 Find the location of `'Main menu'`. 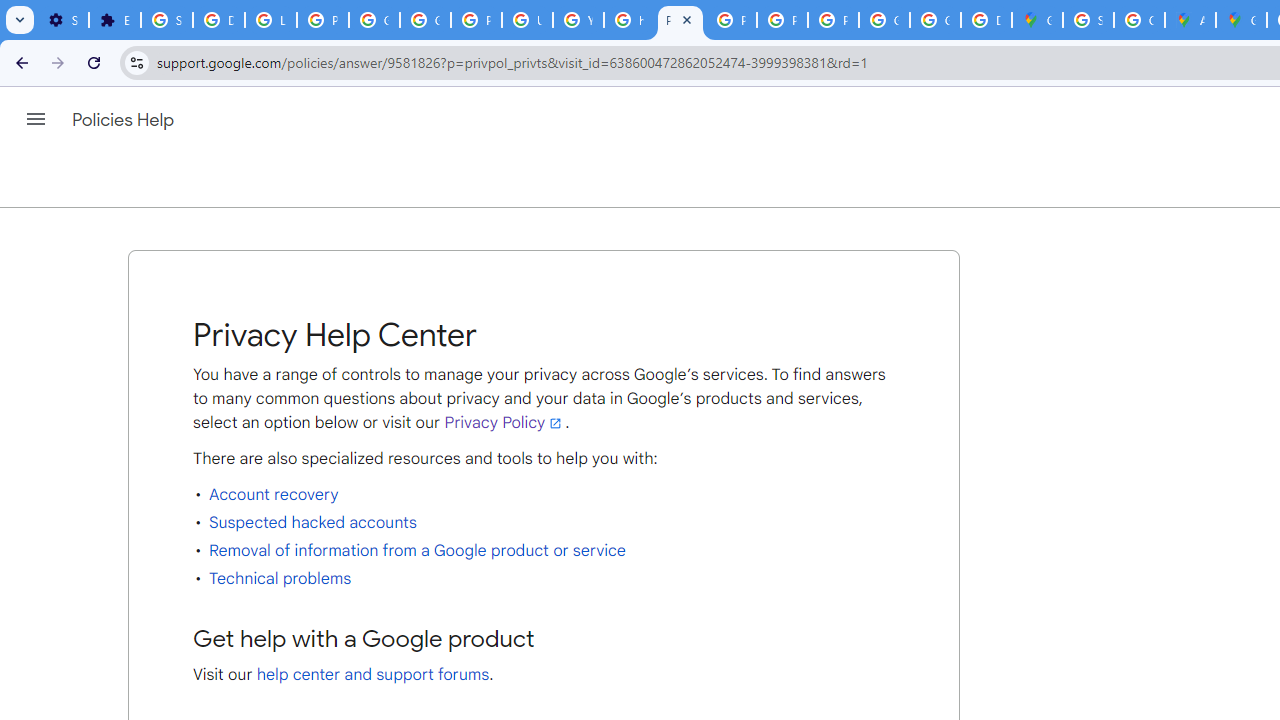

'Main menu' is located at coordinates (35, 119).